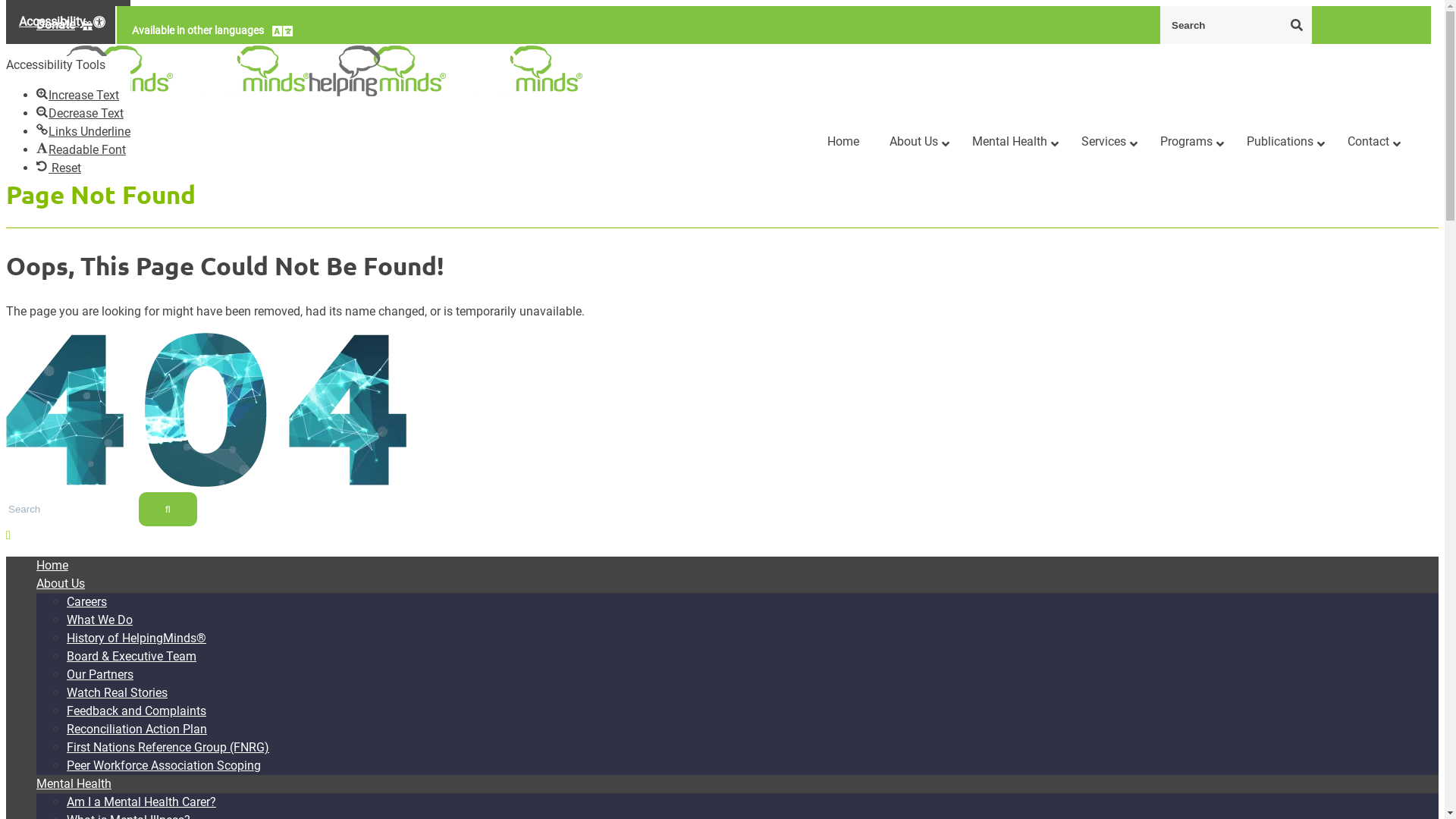 The width and height of the screenshot is (1456, 819). Describe the element at coordinates (1231, 142) in the screenshot. I see `'Publications'` at that location.